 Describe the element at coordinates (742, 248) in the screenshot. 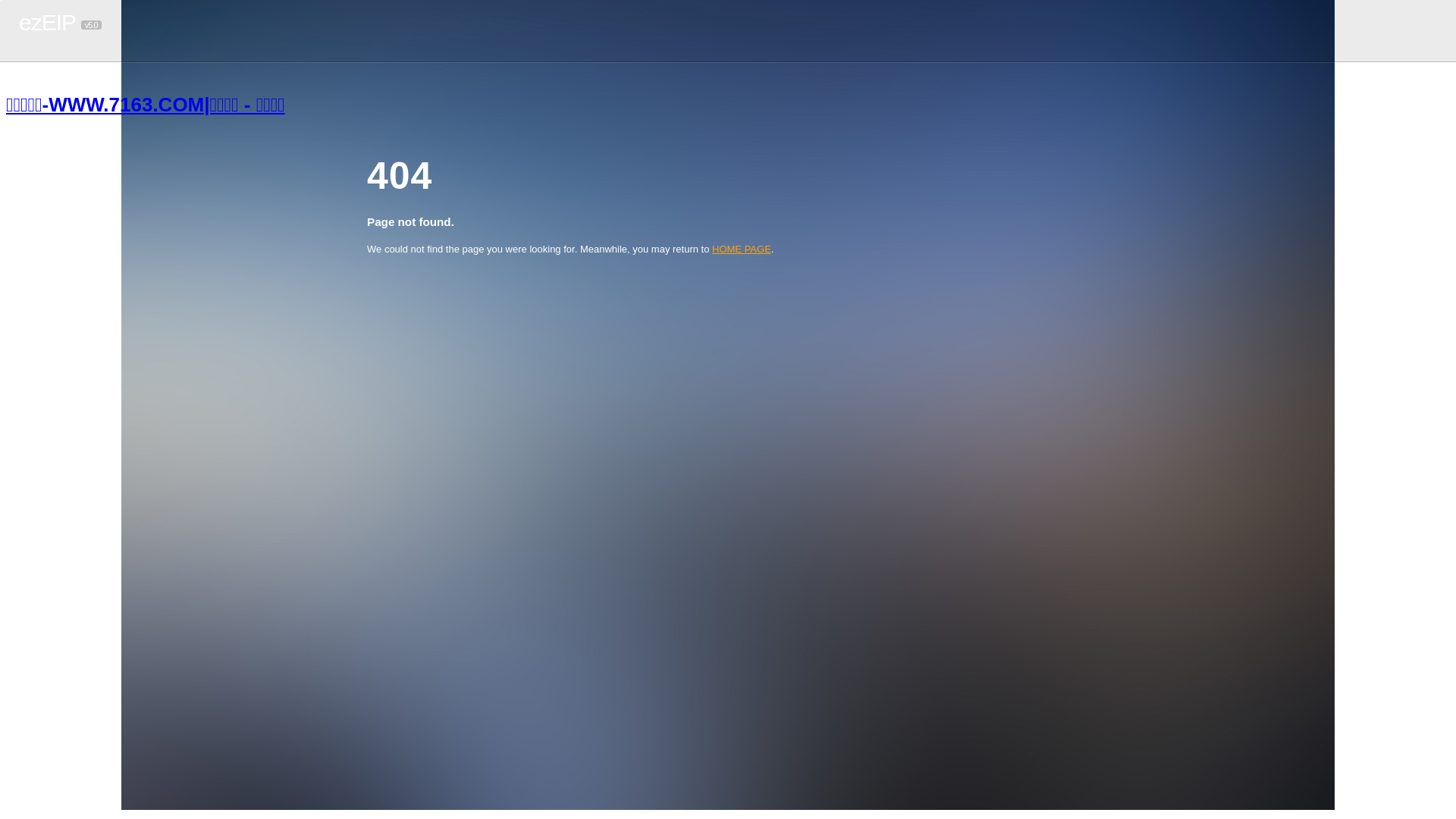

I see `'HOME PAGE'` at that location.